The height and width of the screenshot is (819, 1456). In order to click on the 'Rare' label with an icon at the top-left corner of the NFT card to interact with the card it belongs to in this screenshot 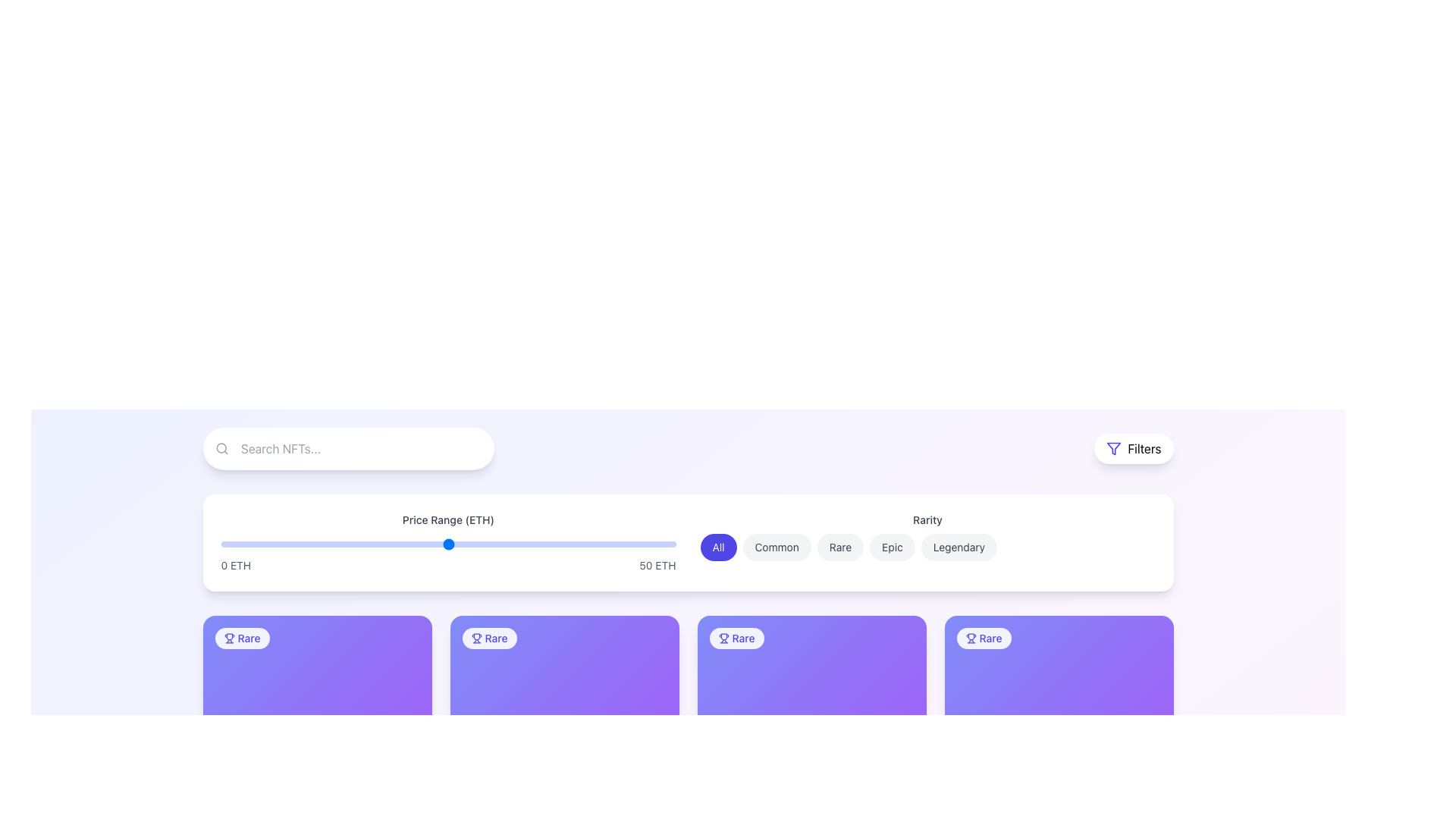, I will do `click(241, 638)`.